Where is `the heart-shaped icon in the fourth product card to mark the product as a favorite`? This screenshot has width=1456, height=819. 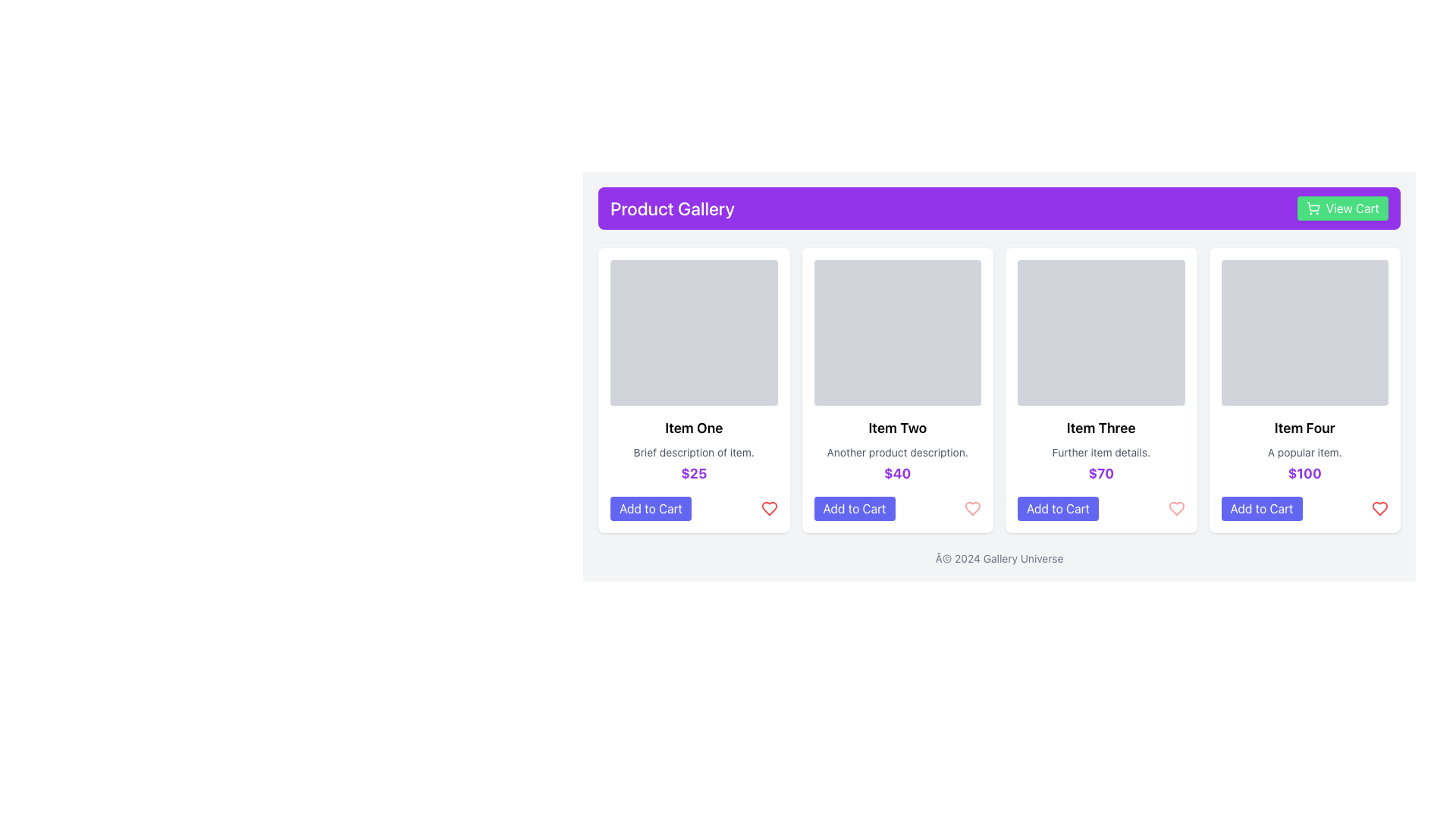 the heart-shaped icon in the fourth product card to mark the product as a favorite is located at coordinates (1379, 509).